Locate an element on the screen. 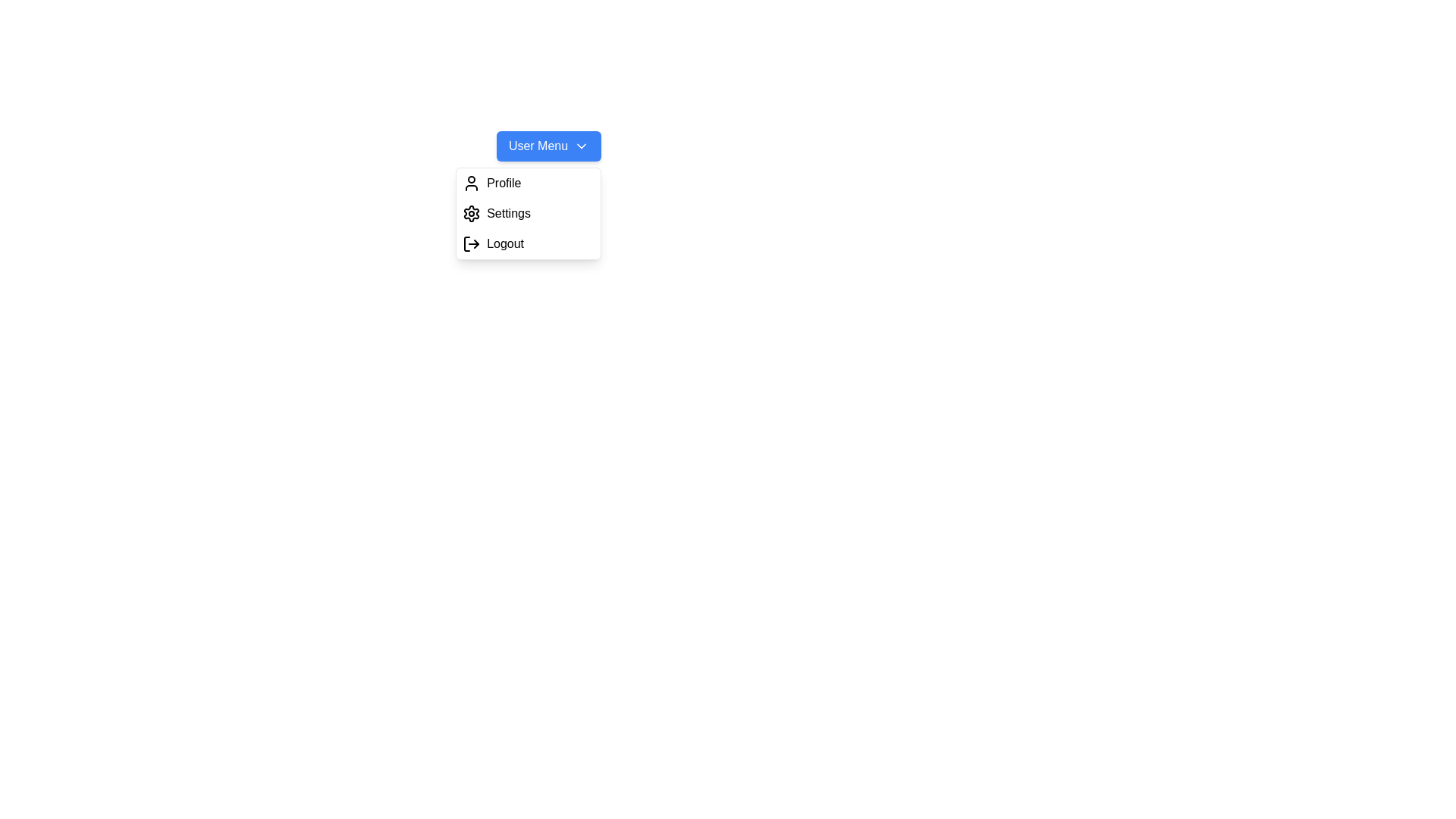 This screenshot has height=819, width=1456. the user silhouette icon representing a profile action, which is located on the left side of the 'Profile' menu item in the dropdown menu is located at coordinates (471, 183).